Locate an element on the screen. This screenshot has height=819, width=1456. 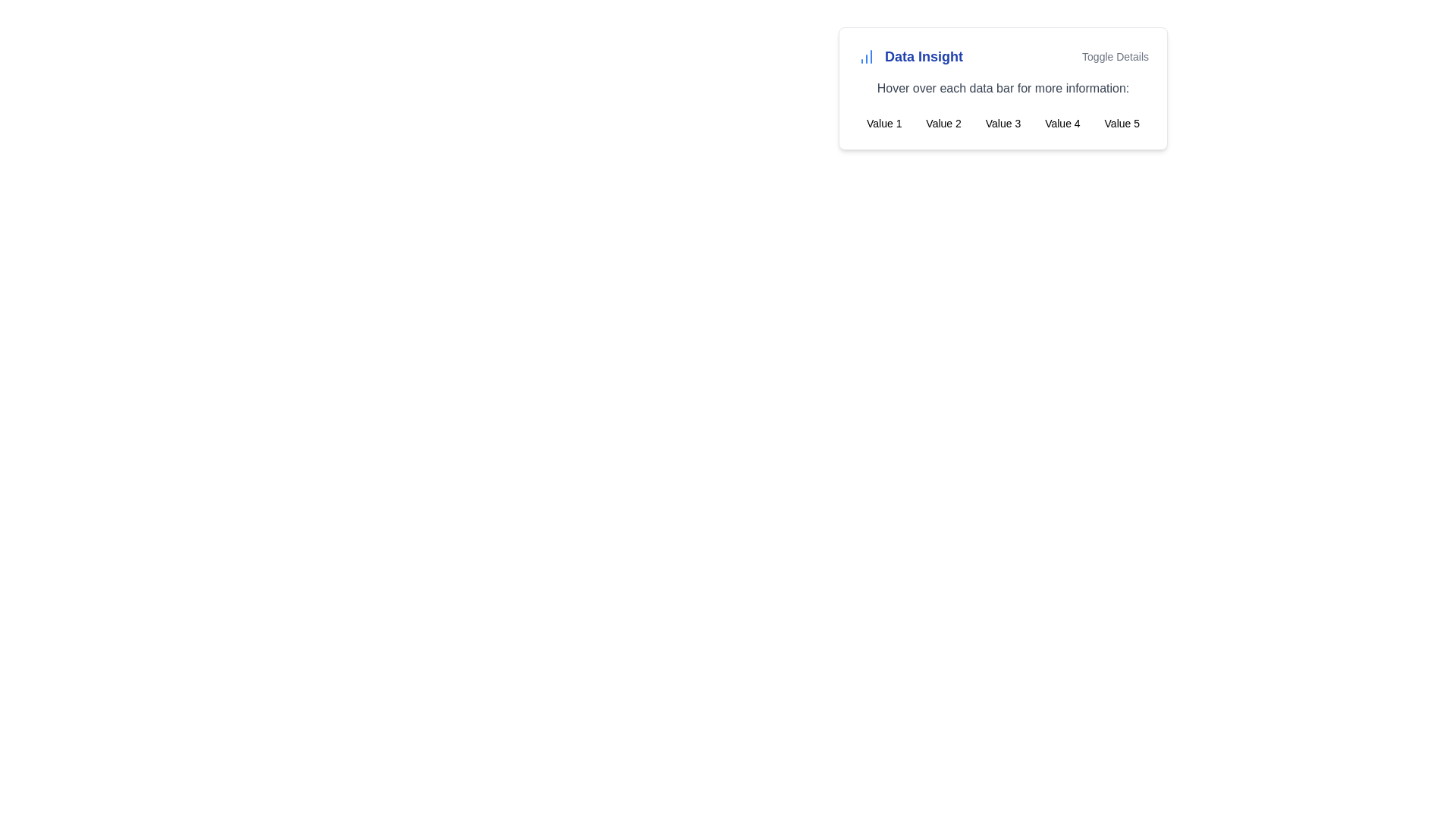
the centrally positioned grid of labeled items below the text 'Hover over each data bar for more information:' is located at coordinates (1003, 119).